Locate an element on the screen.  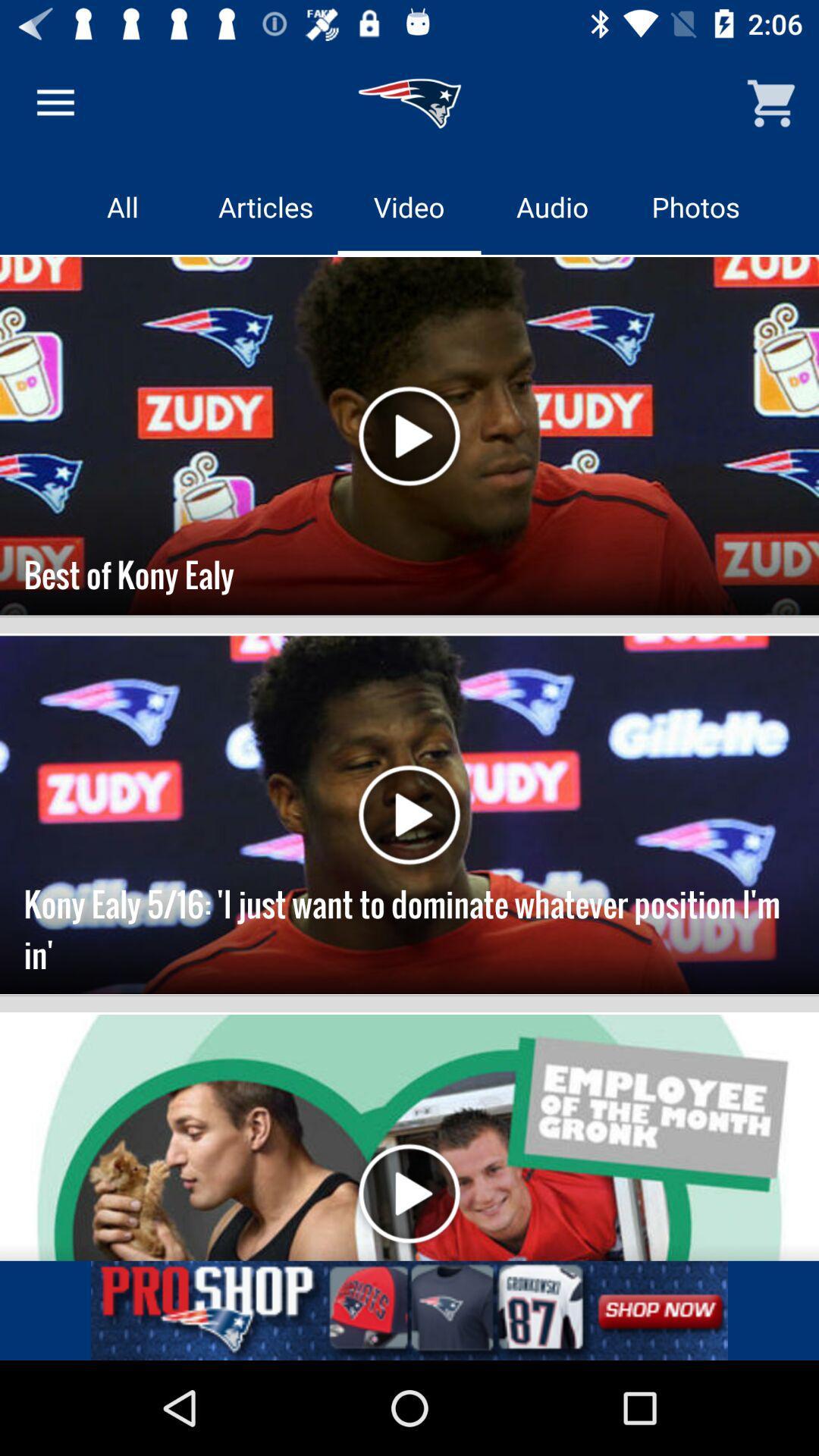
linked button is located at coordinates (409, 1310).